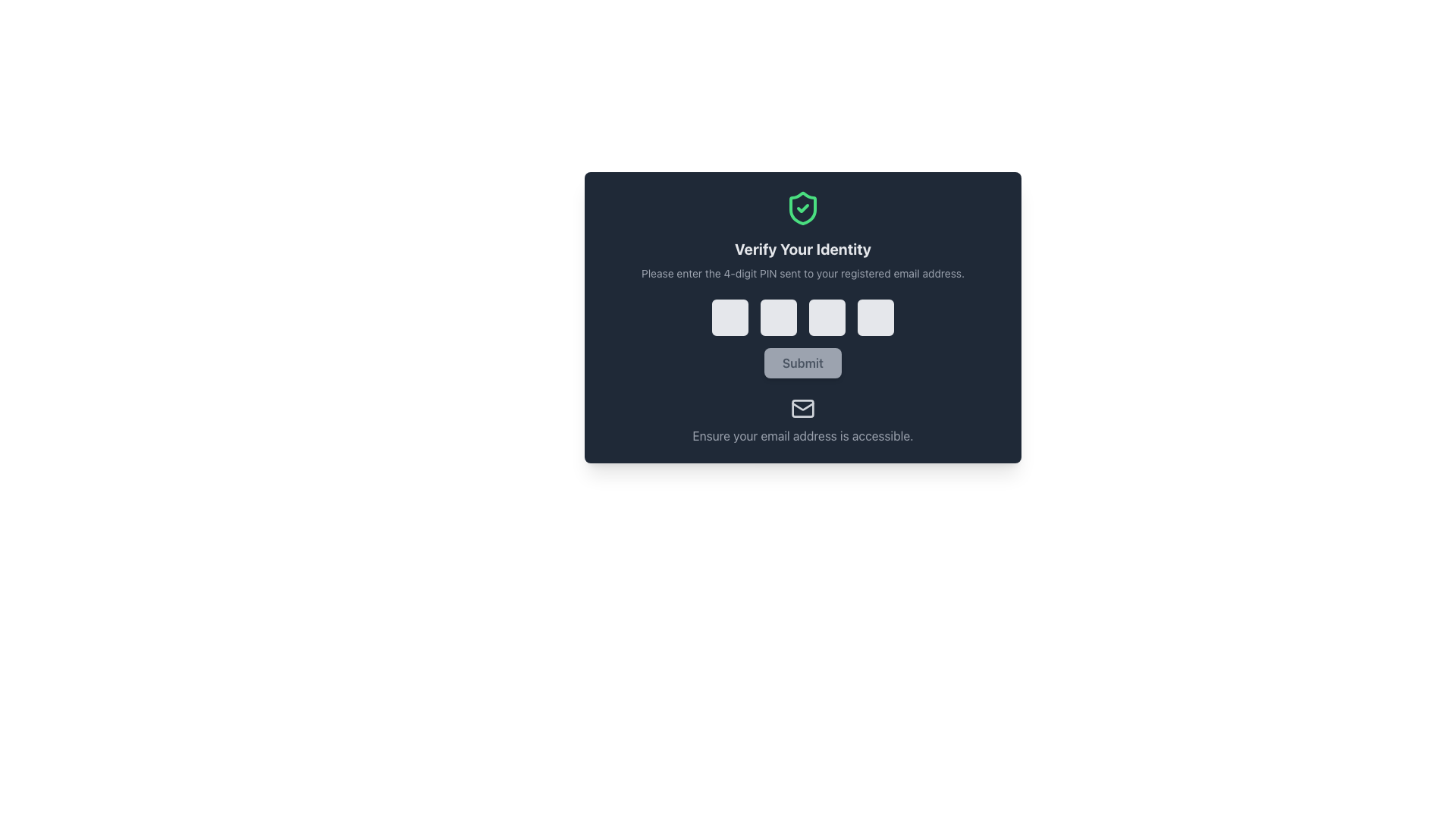 Image resolution: width=1456 pixels, height=819 pixels. What do you see at coordinates (826, 317) in the screenshot?
I see `the third number input field in the 4-digit PIN entry mechanism to focus on it` at bounding box center [826, 317].